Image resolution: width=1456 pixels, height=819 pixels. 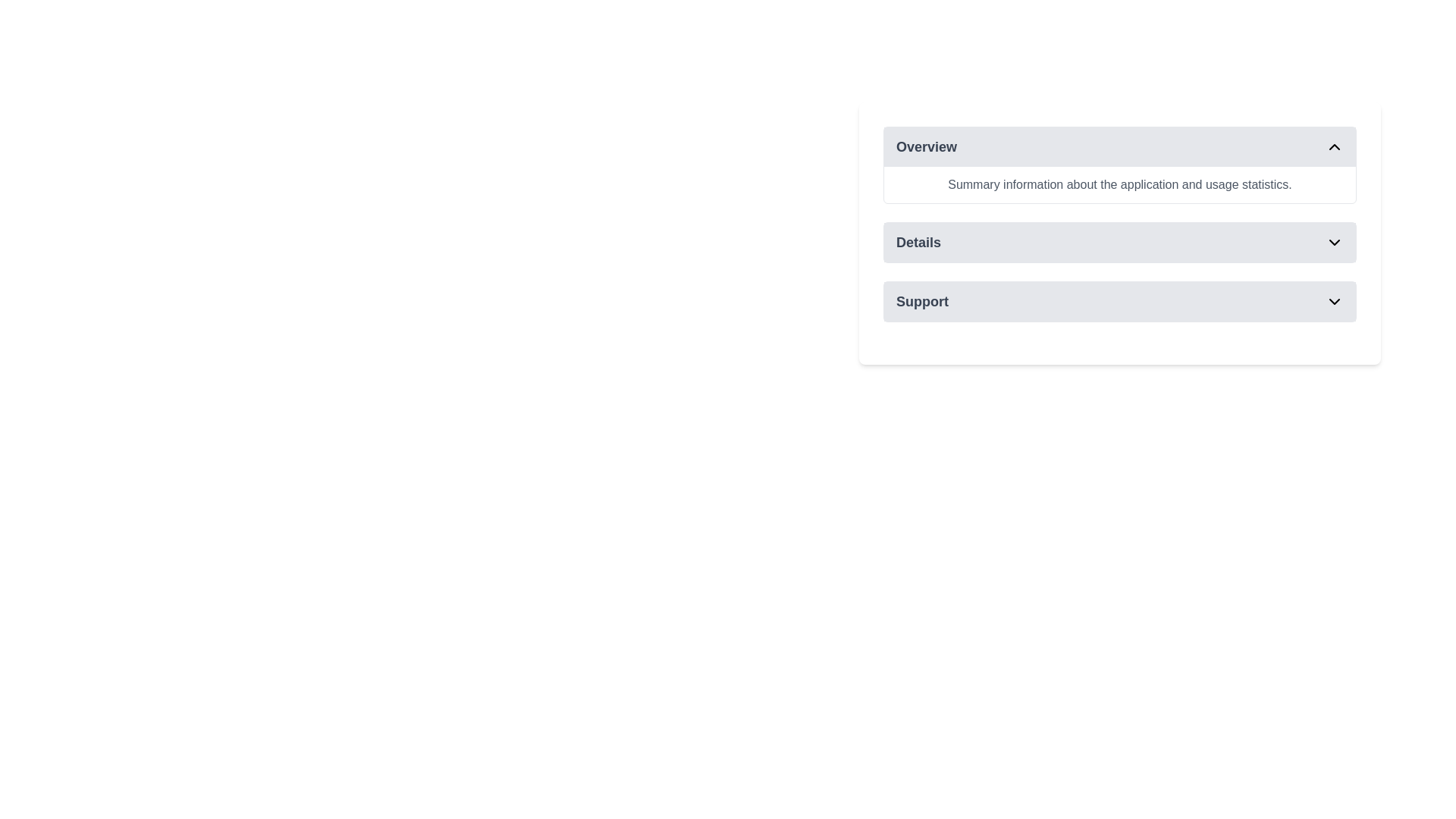 What do you see at coordinates (1335, 242) in the screenshot?
I see `the downward-pointing chevron icon located to the far right of the 'Details' section header` at bounding box center [1335, 242].